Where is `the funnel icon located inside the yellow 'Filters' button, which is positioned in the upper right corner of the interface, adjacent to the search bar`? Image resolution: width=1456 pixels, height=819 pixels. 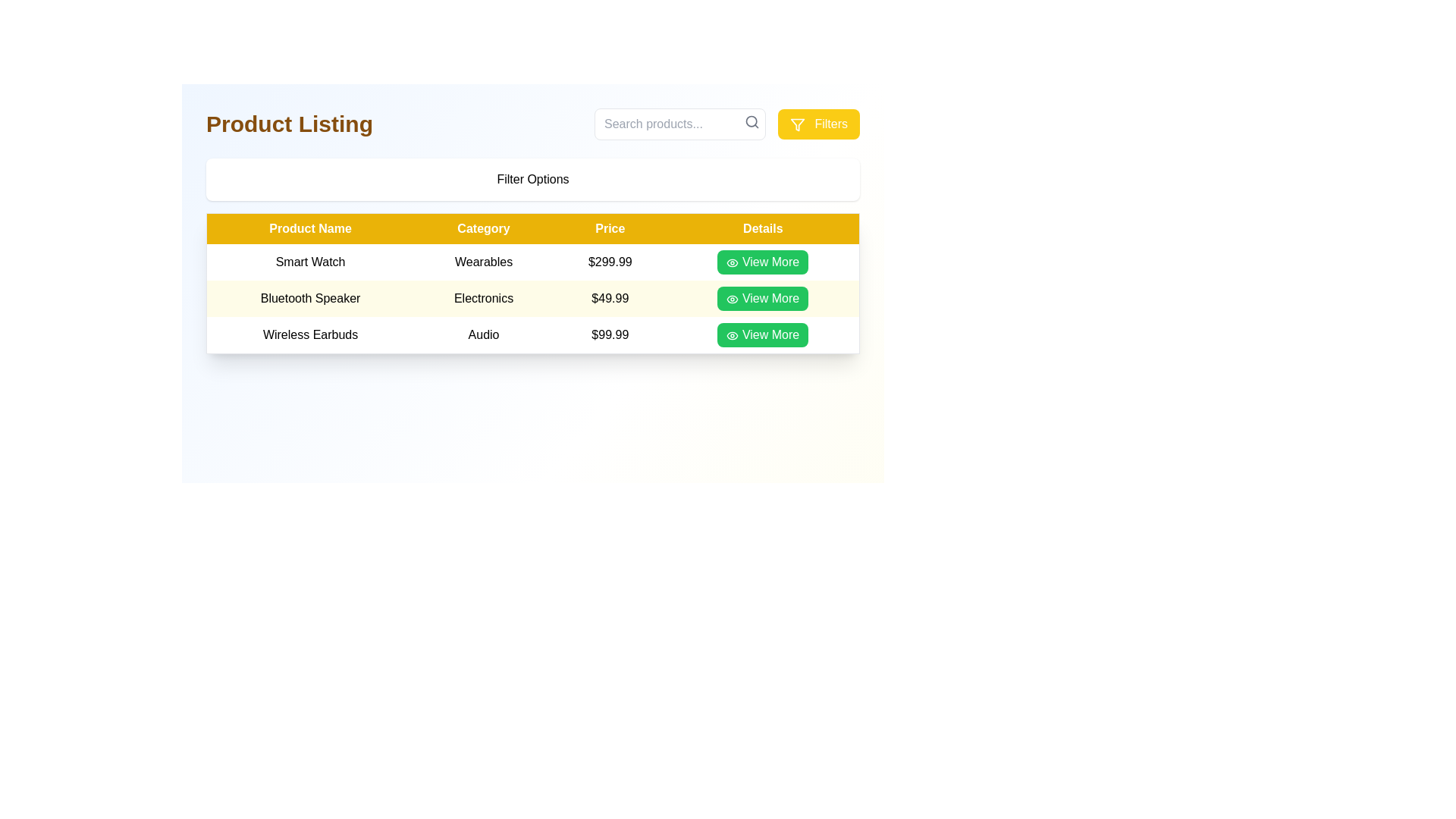 the funnel icon located inside the yellow 'Filters' button, which is positioned in the upper right corner of the interface, adjacent to the search bar is located at coordinates (796, 124).